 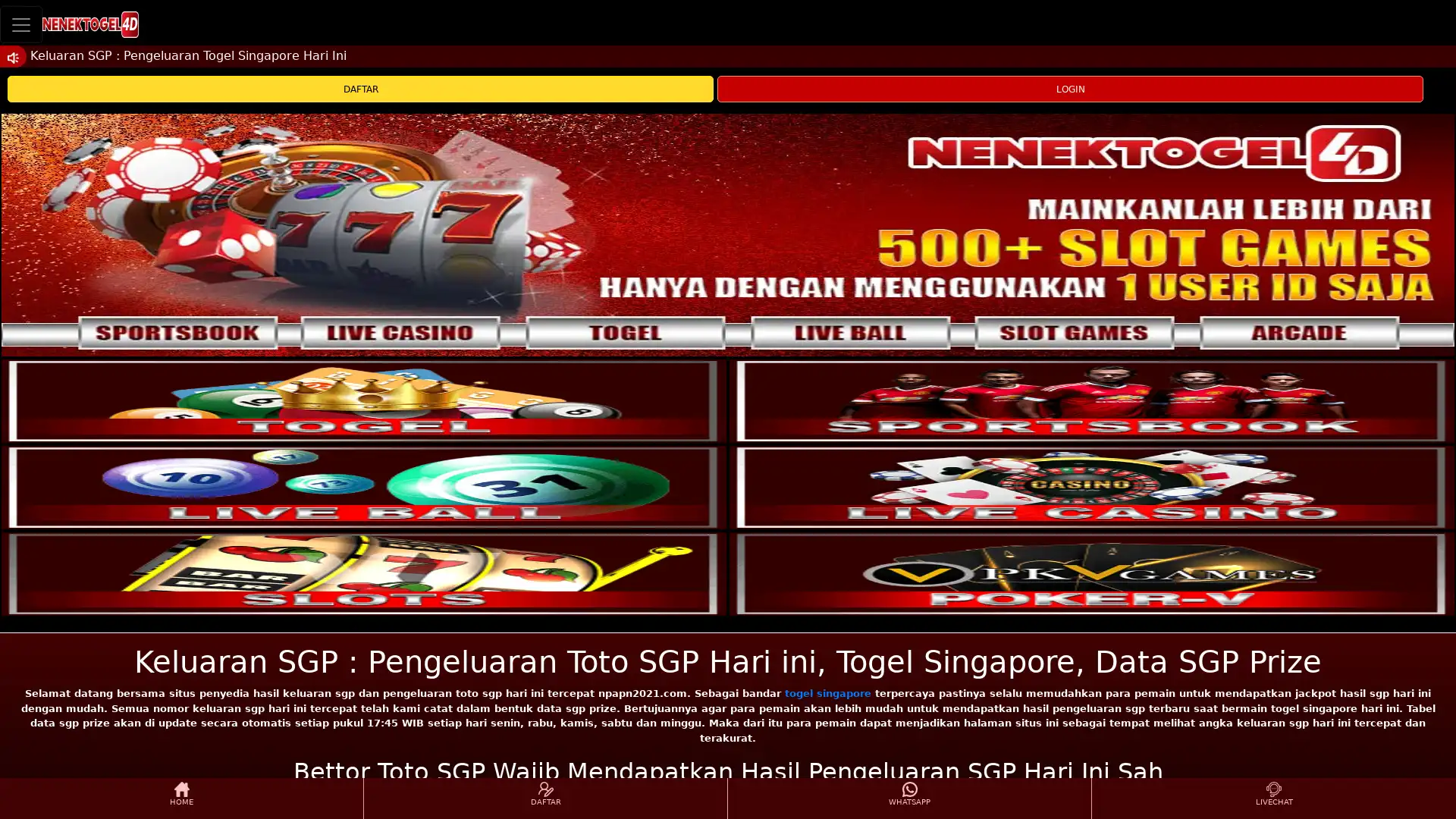 What do you see at coordinates (359, 89) in the screenshot?
I see `DAFTAR` at bounding box center [359, 89].